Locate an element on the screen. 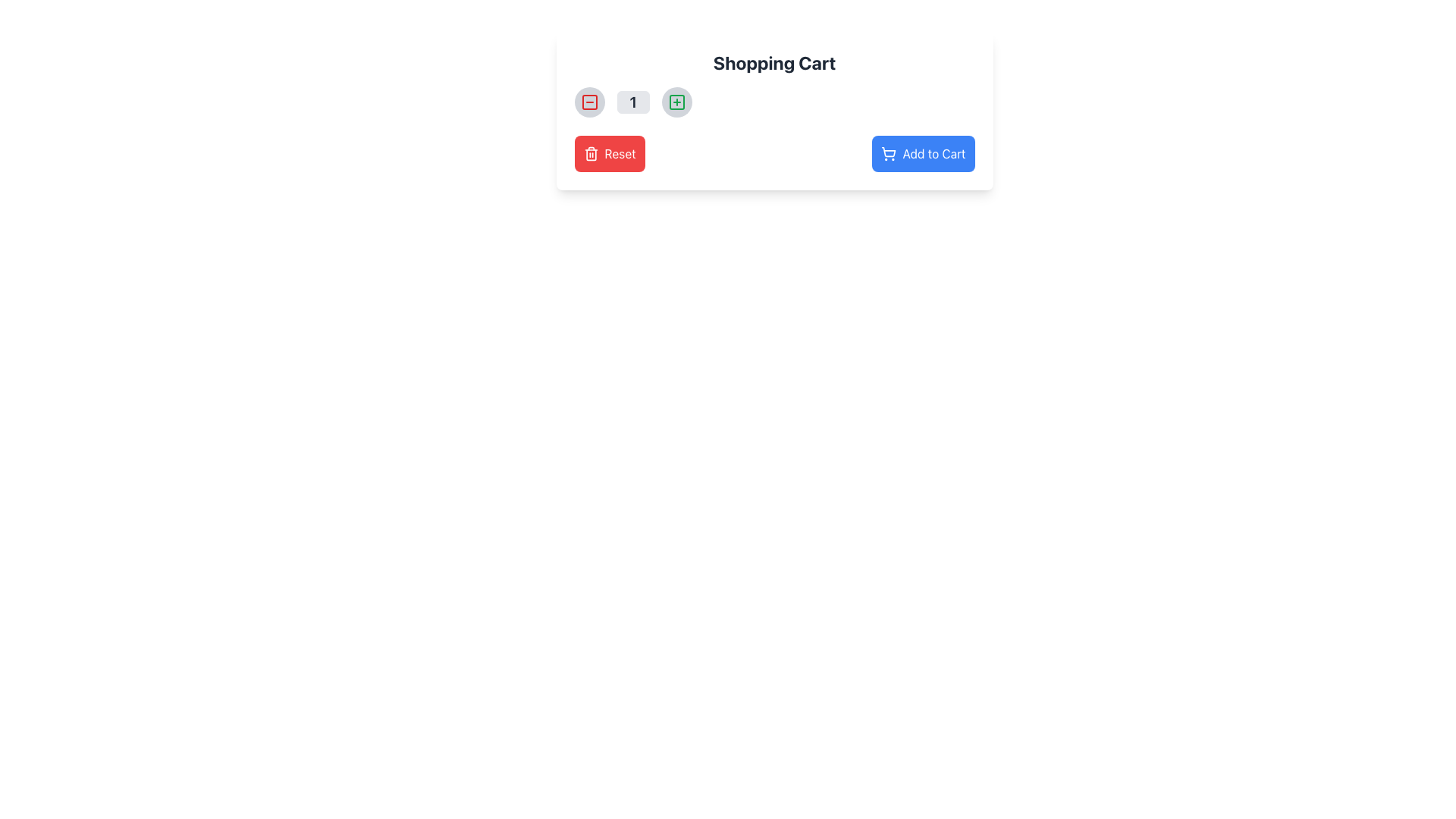 The height and width of the screenshot is (819, 1456). the graphical representation of the shopping cart basket icon, which is the largest component within the shopping cart composite icon is located at coordinates (889, 152).